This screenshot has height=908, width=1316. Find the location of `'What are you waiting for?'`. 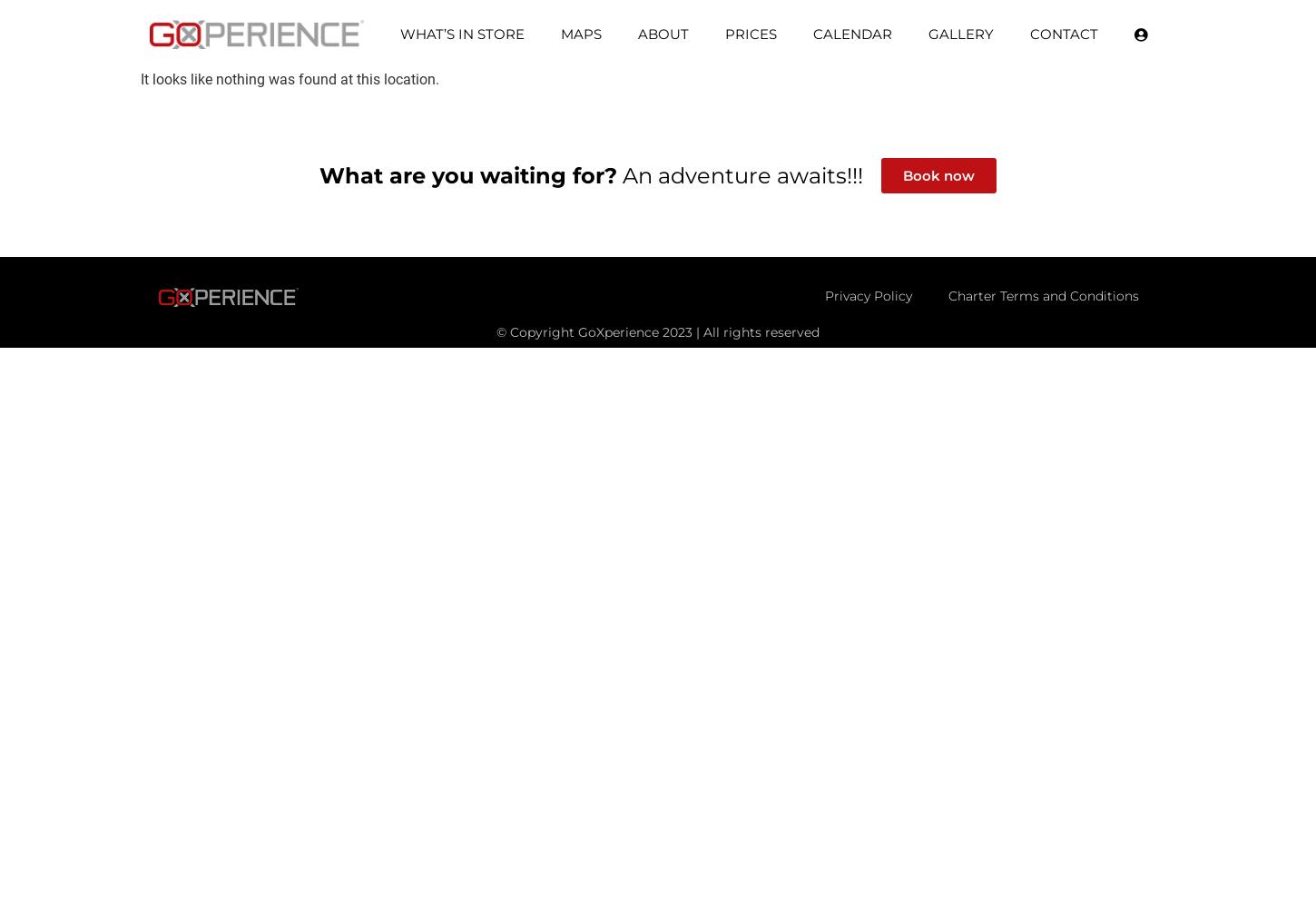

'What are you waiting for?' is located at coordinates (468, 173).